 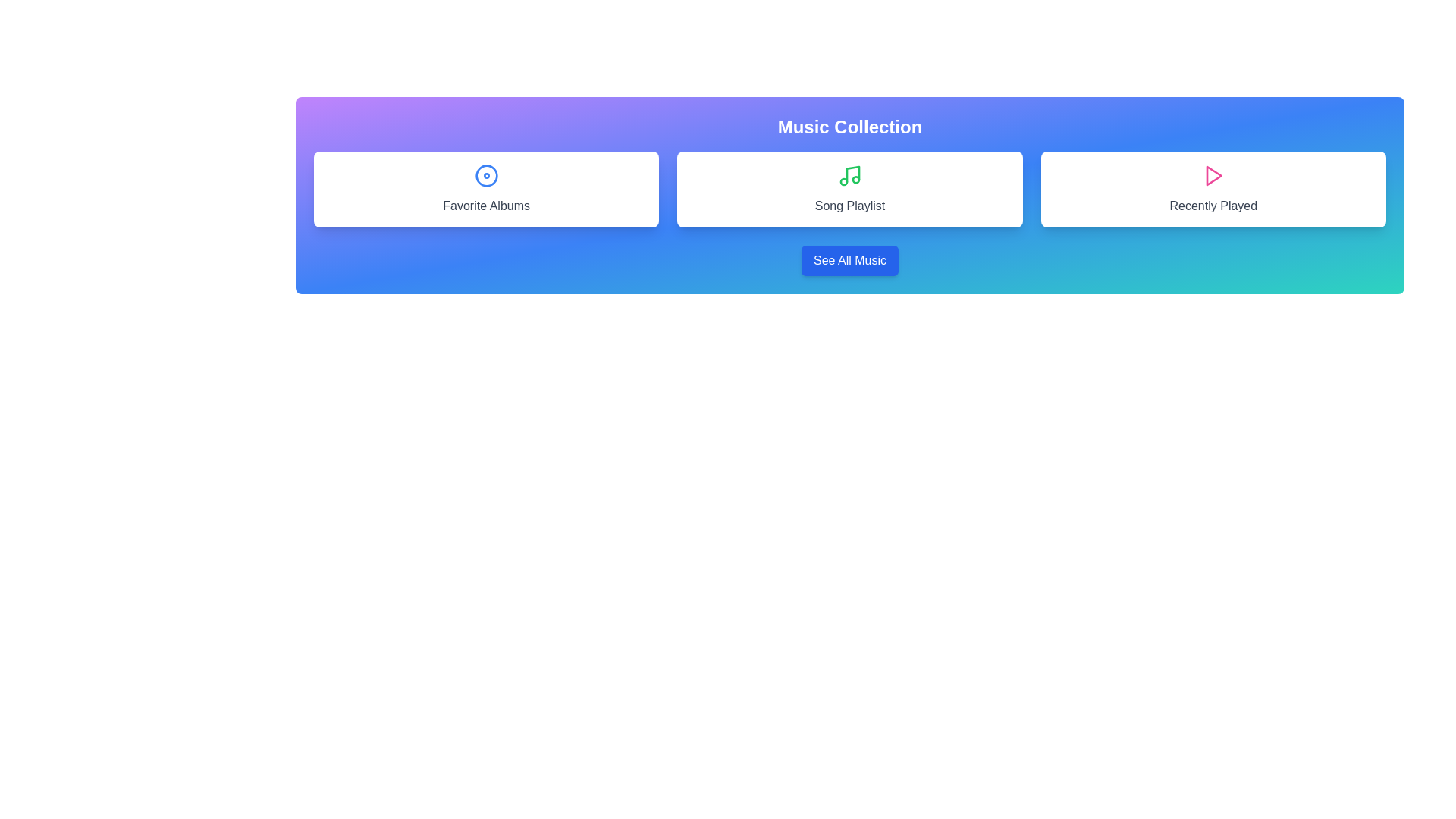 What do you see at coordinates (486, 206) in the screenshot?
I see `the 'Favorite Albums' text label, which is displayed in a medium, gray-colored font within a minimalistic card interface, positioned below a small disc icon` at bounding box center [486, 206].